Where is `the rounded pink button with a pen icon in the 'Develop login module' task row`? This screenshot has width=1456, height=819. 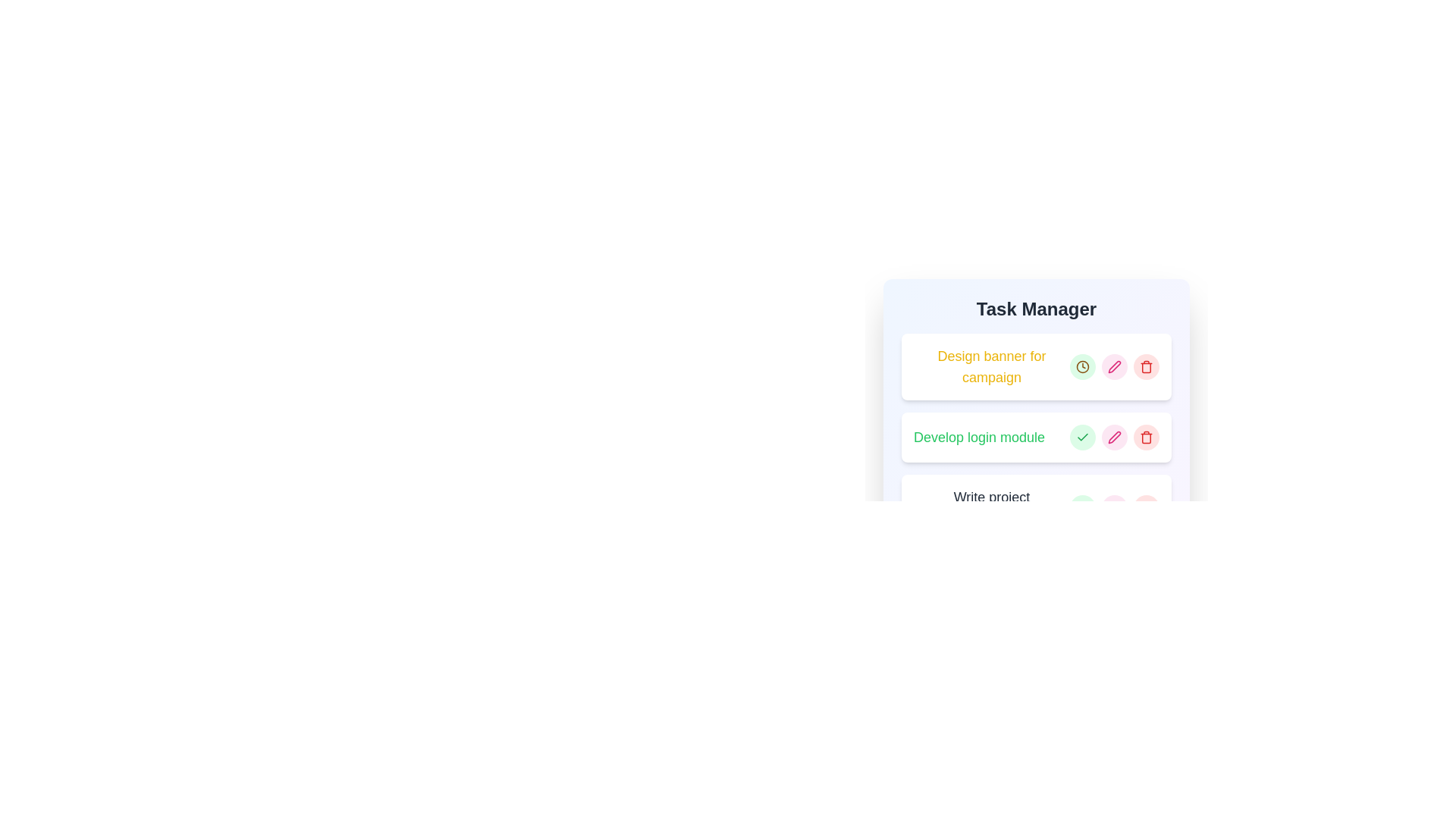 the rounded pink button with a pen icon in the 'Develop login module' task row is located at coordinates (1114, 438).